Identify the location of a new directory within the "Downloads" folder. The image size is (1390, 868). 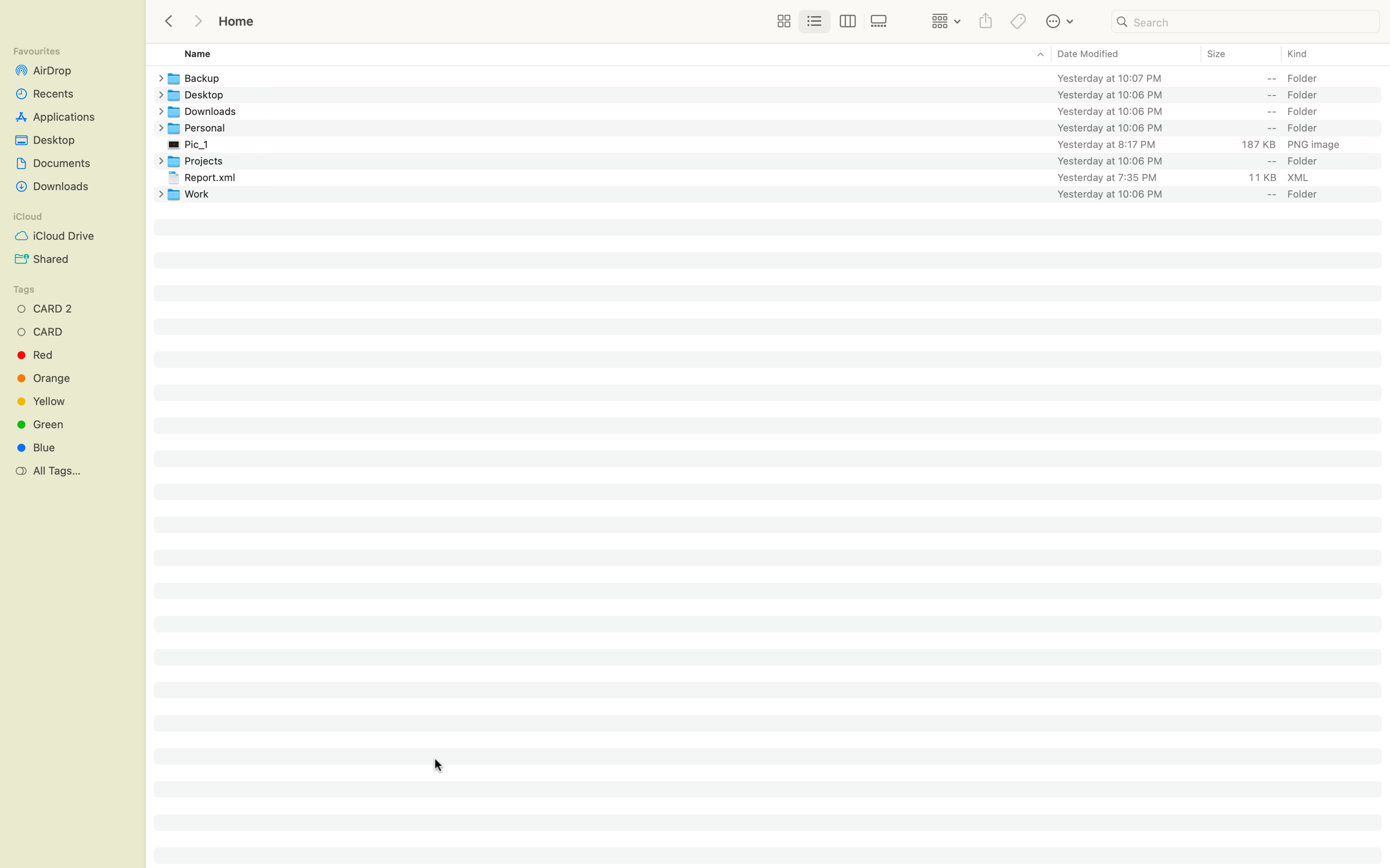
(158, 111).